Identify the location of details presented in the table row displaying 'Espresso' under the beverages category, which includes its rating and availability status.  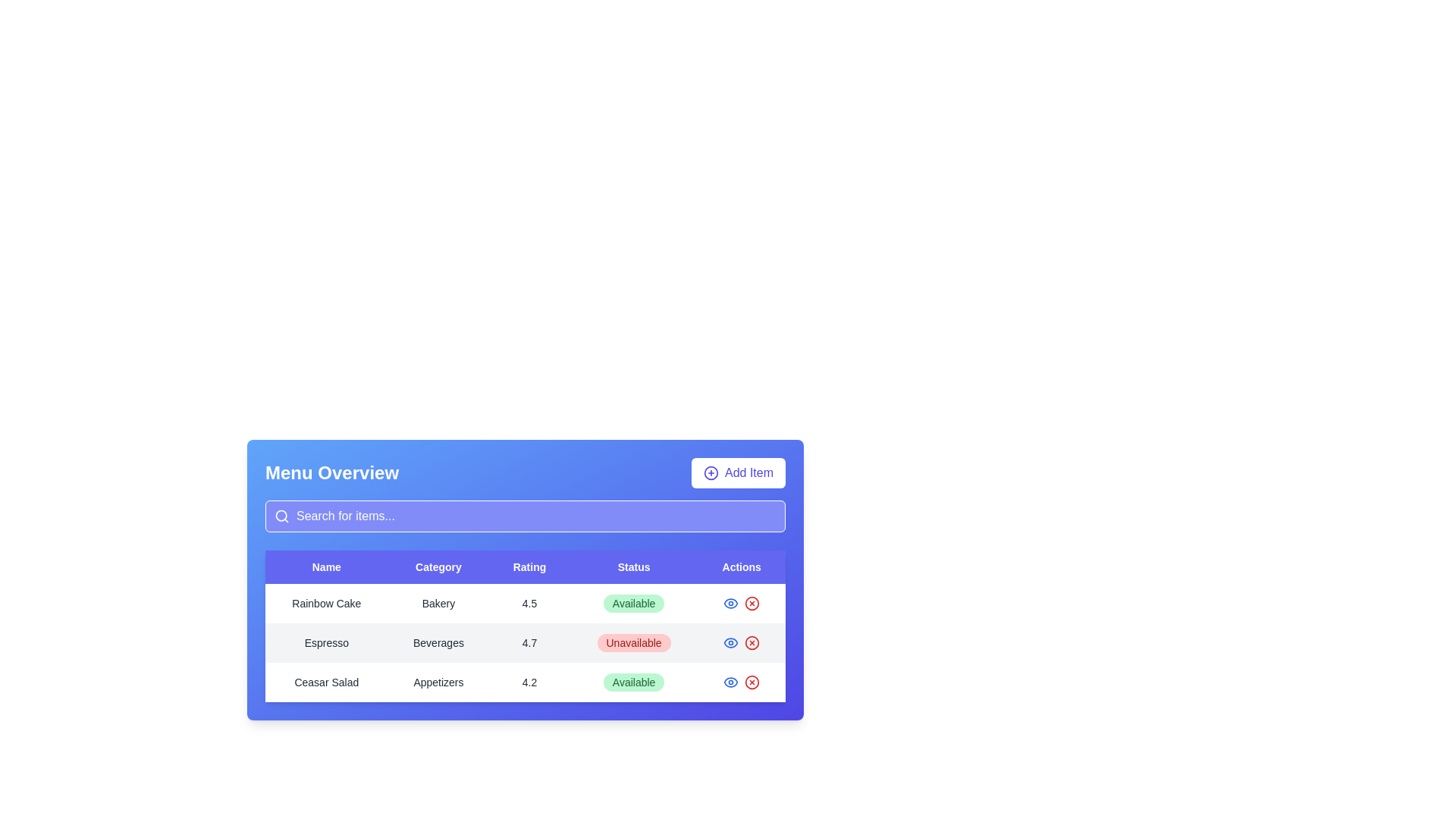
(525, 643).